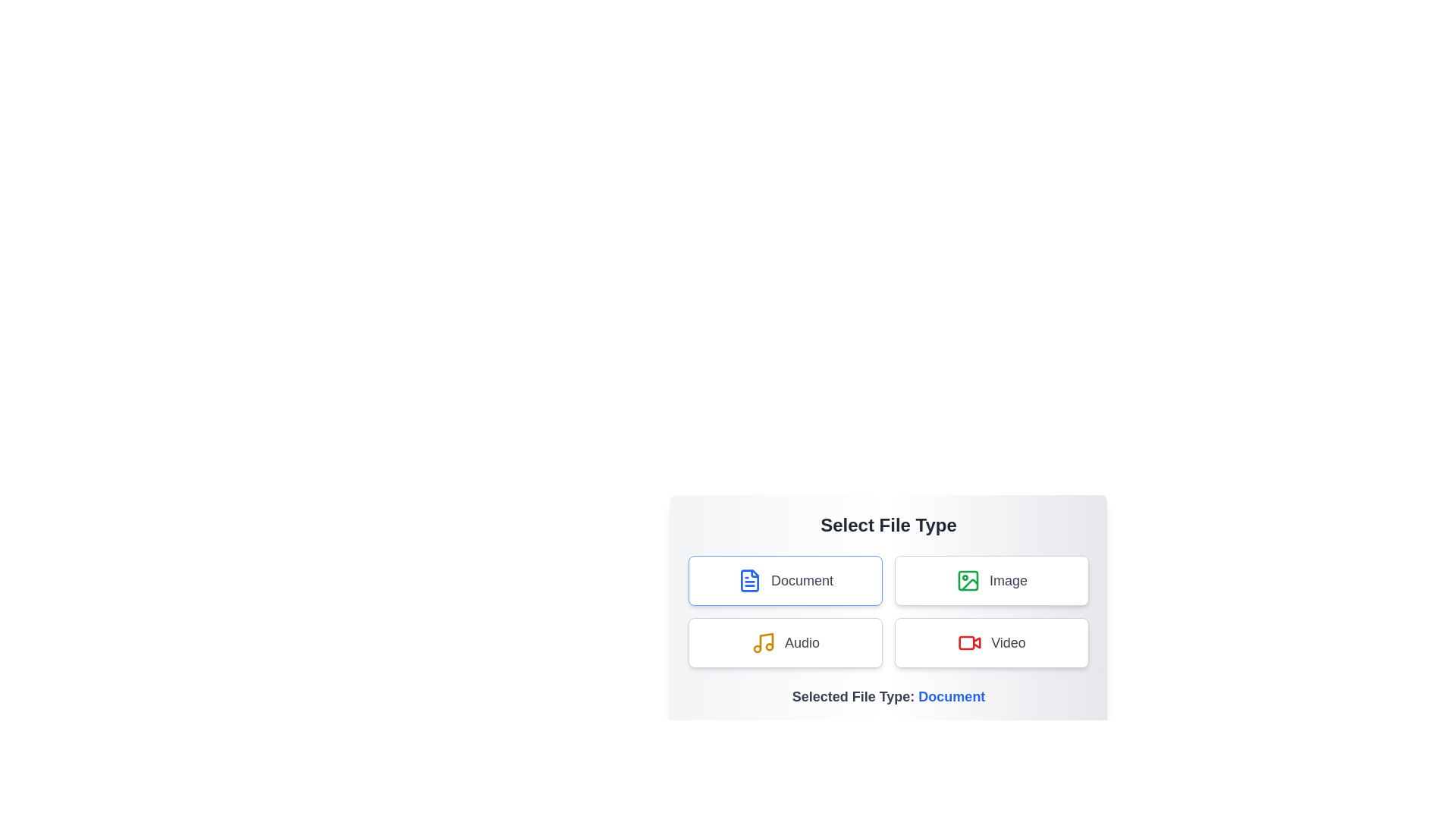 This screenshot has width=1456, height=819. What do you see at coordinates (968, 643) in the screenshot?
I see `the video file type icon located to the left of the 'Video' text label within the 'Video' selection button` at bounding box center [968, 643].